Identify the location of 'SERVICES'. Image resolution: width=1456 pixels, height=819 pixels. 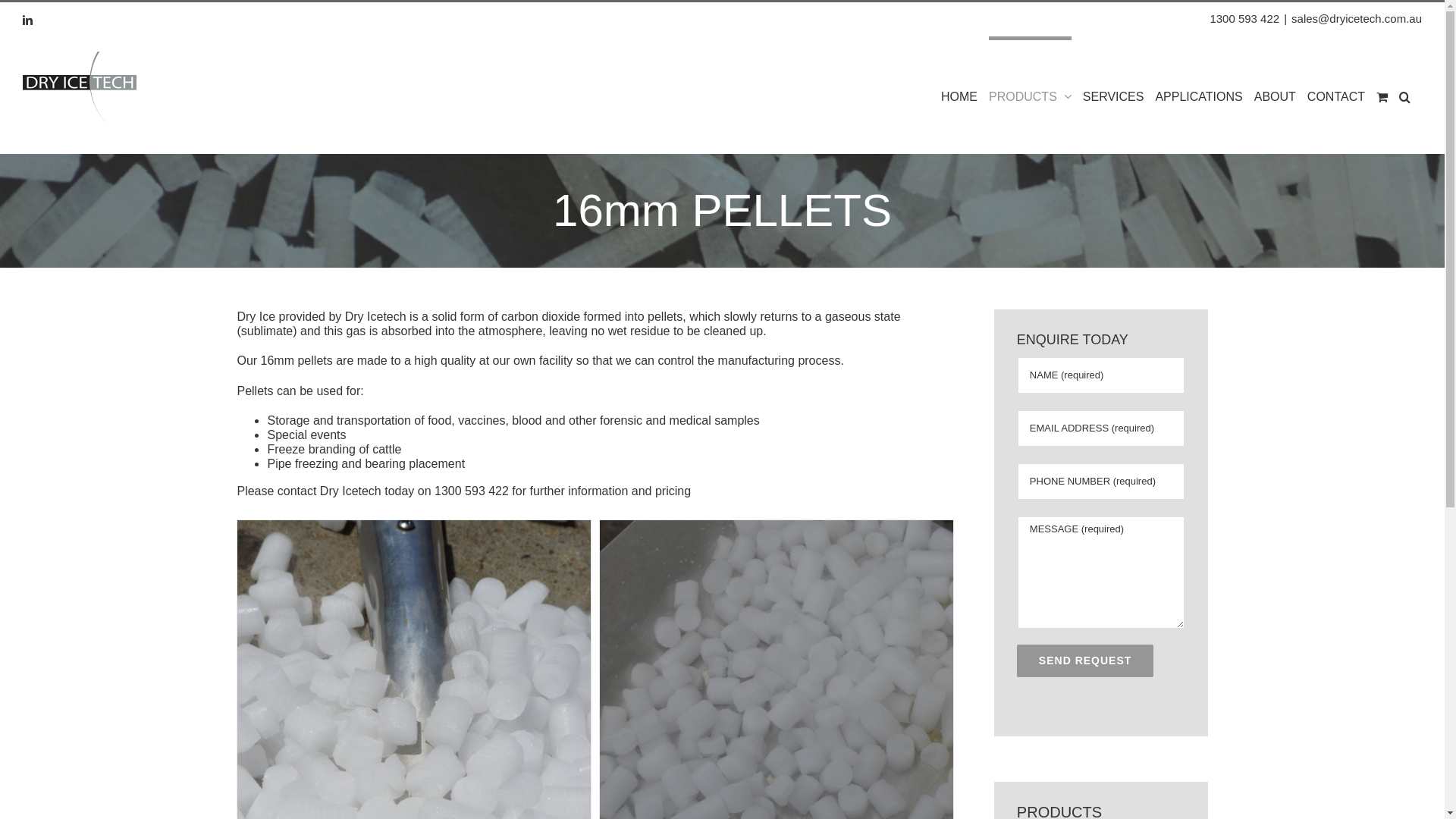
(1113, 94).